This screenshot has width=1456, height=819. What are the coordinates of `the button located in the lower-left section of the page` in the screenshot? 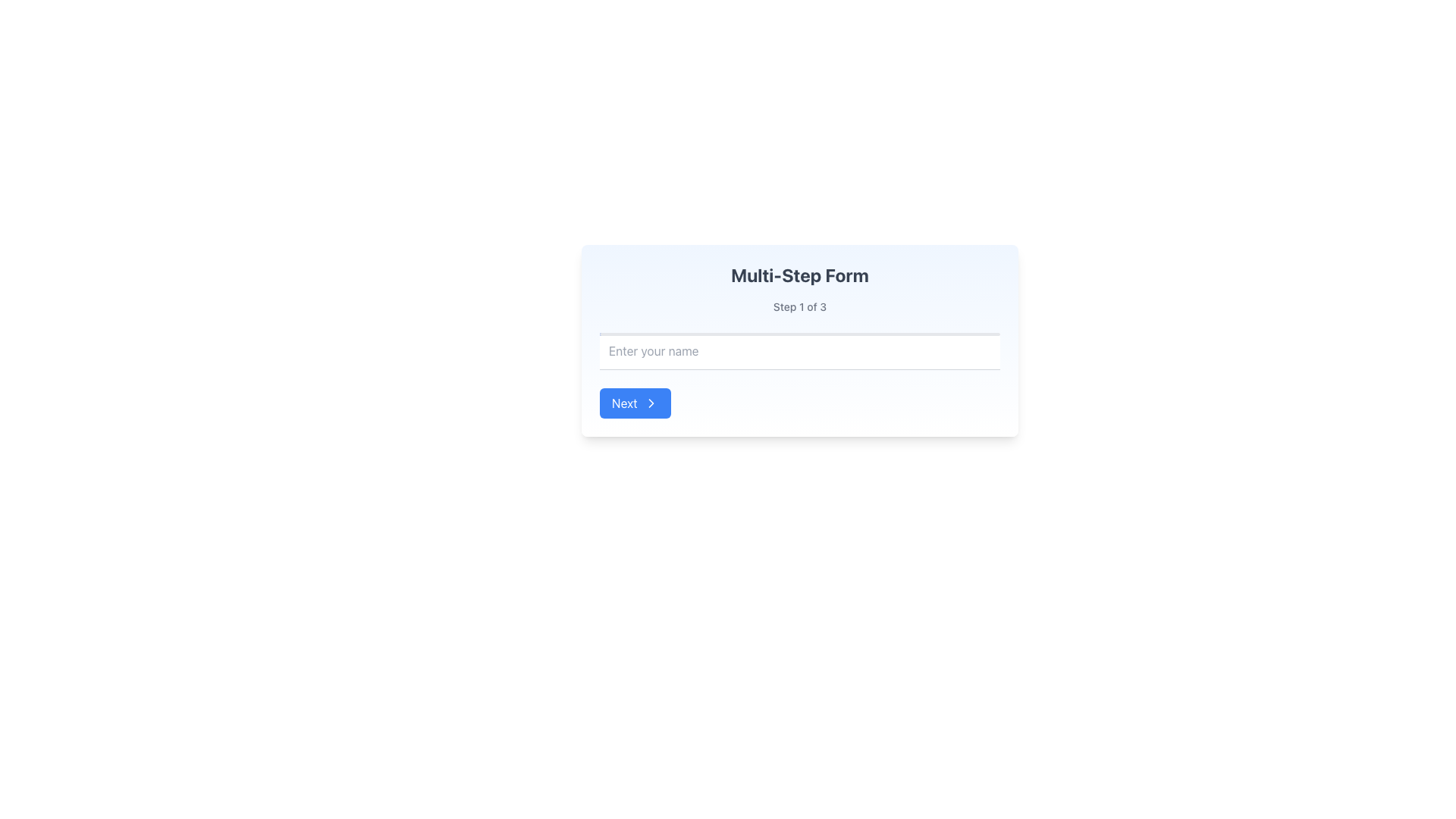 It's located at (635, 403).